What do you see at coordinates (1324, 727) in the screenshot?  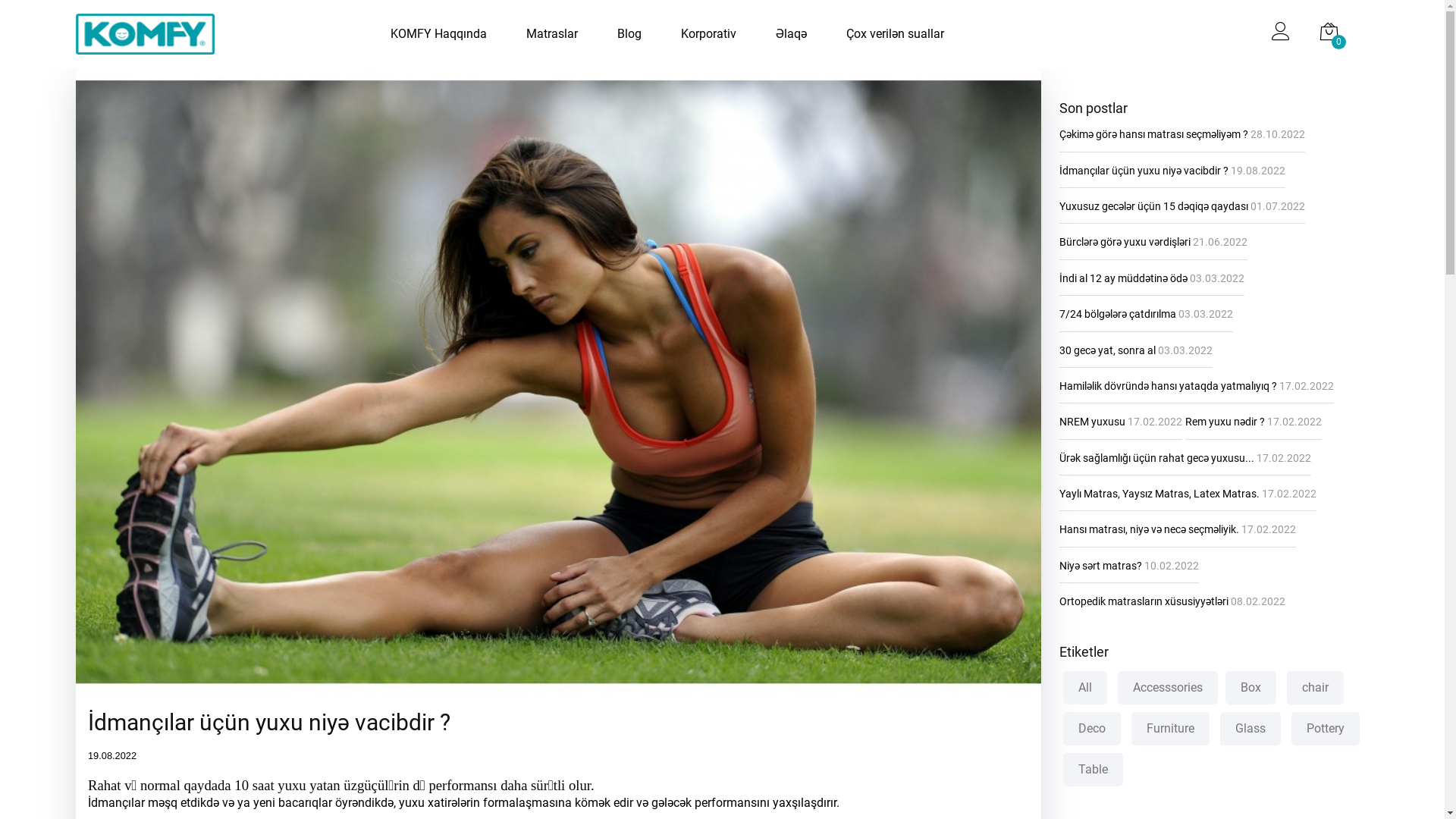 I see `'Pottery'` at bounding box center [1324, 727].